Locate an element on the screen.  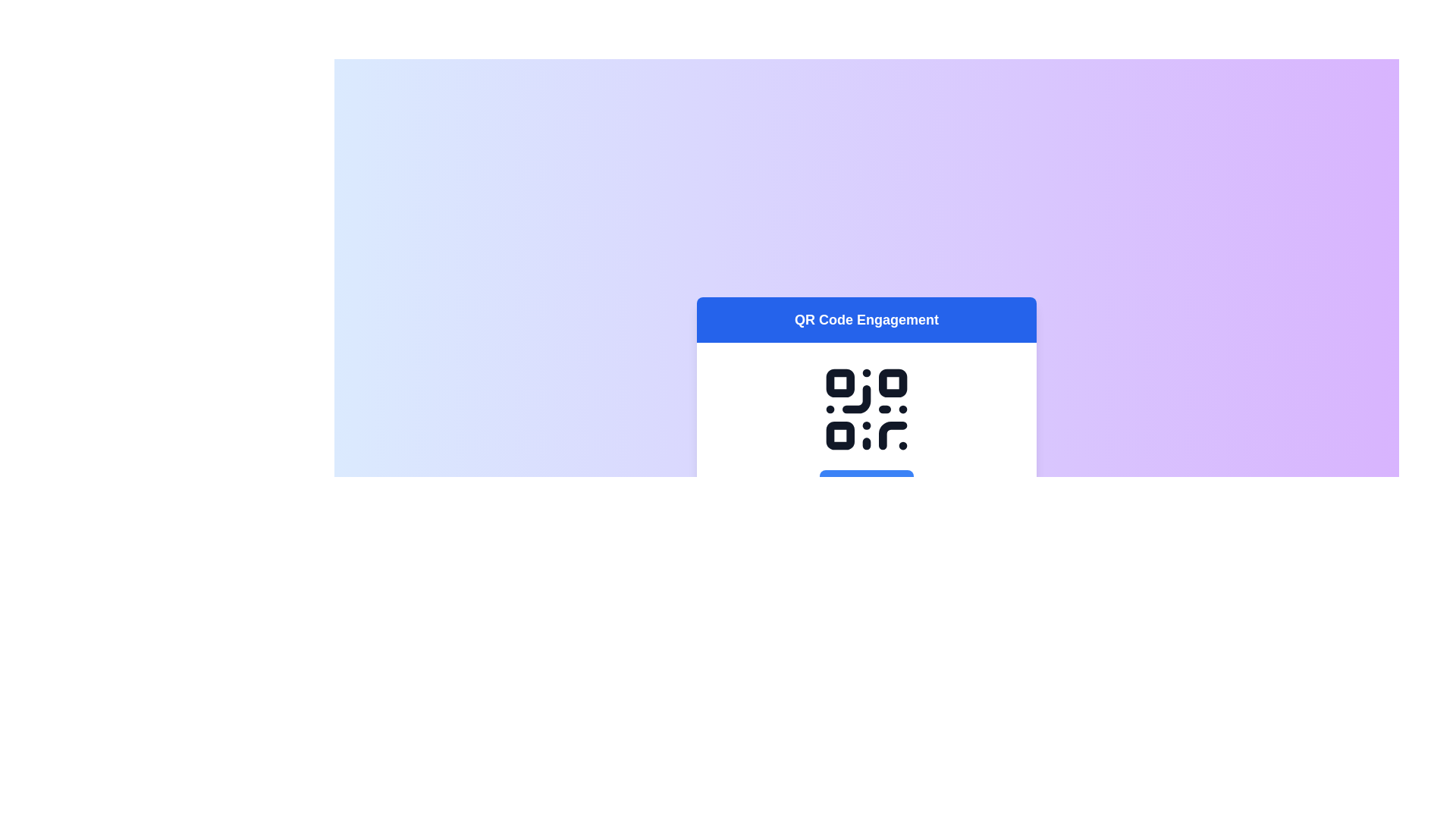
the small square block with a white fill and black border located in the top left corner of the QR code is located at coordinates (839, 382).